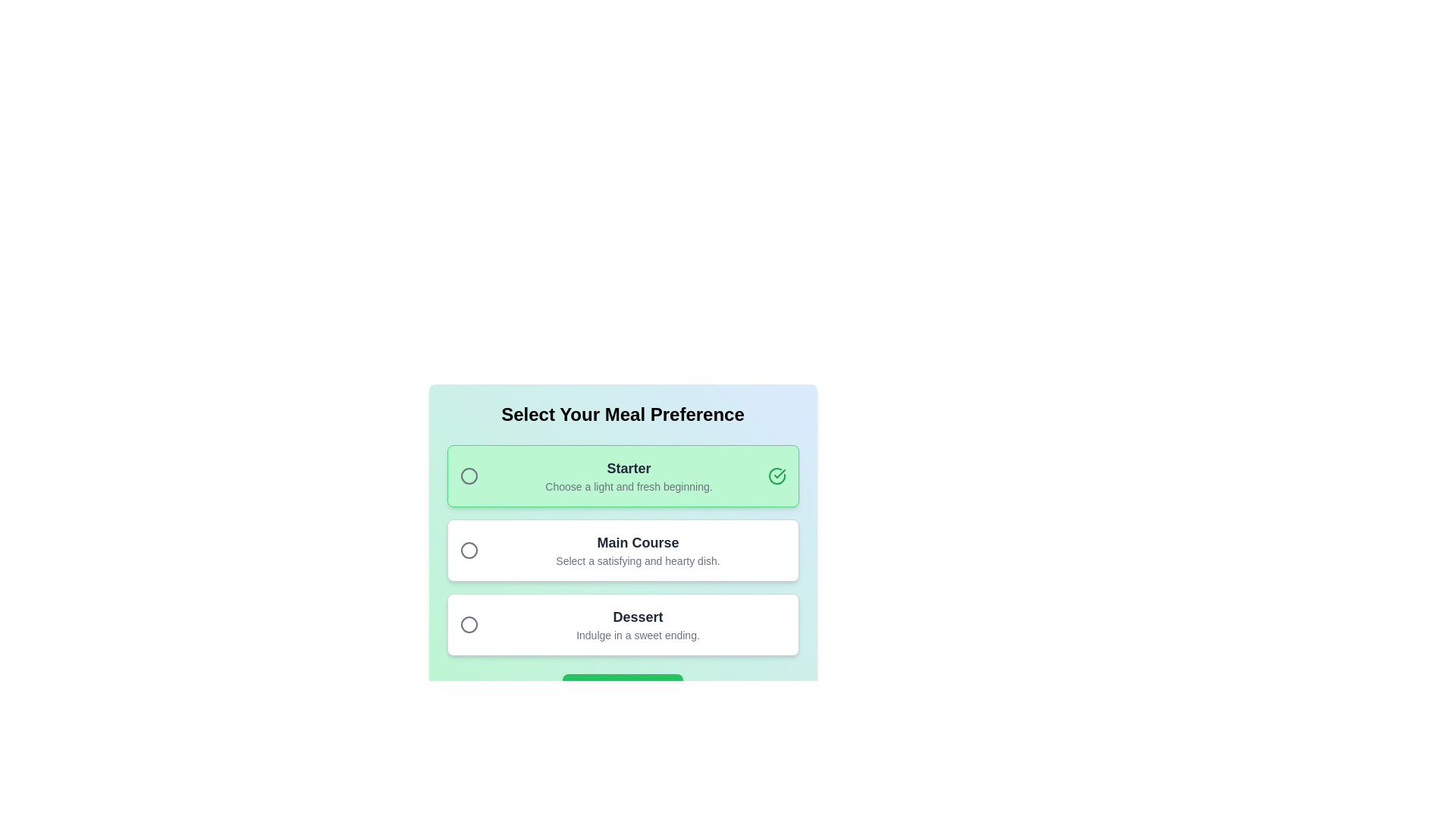 Image resolution: width=1456 pixels, height=819 pixels. Describe the element at coordinates (468, 475) in the screenshot. I see `the graphical icon or circle indicator that represents the selection state within the 'Starter' meal preference option` at that location.